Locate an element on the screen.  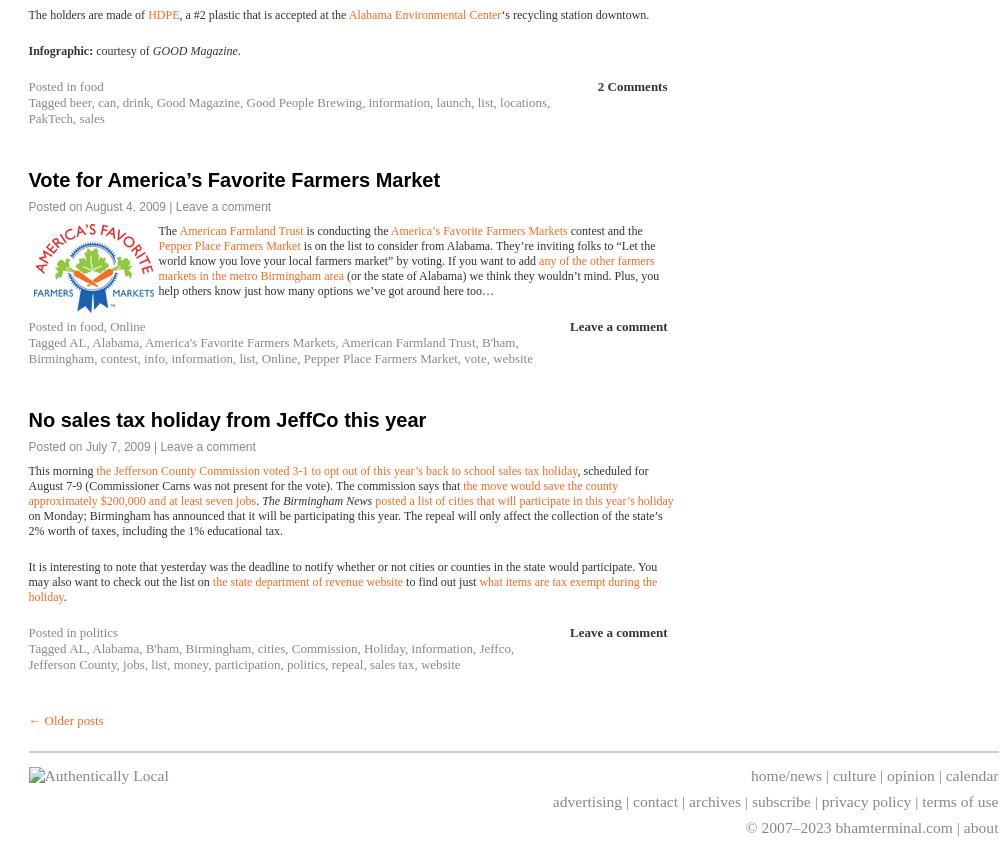
'subscribe' is located at coordinates (751, 801).